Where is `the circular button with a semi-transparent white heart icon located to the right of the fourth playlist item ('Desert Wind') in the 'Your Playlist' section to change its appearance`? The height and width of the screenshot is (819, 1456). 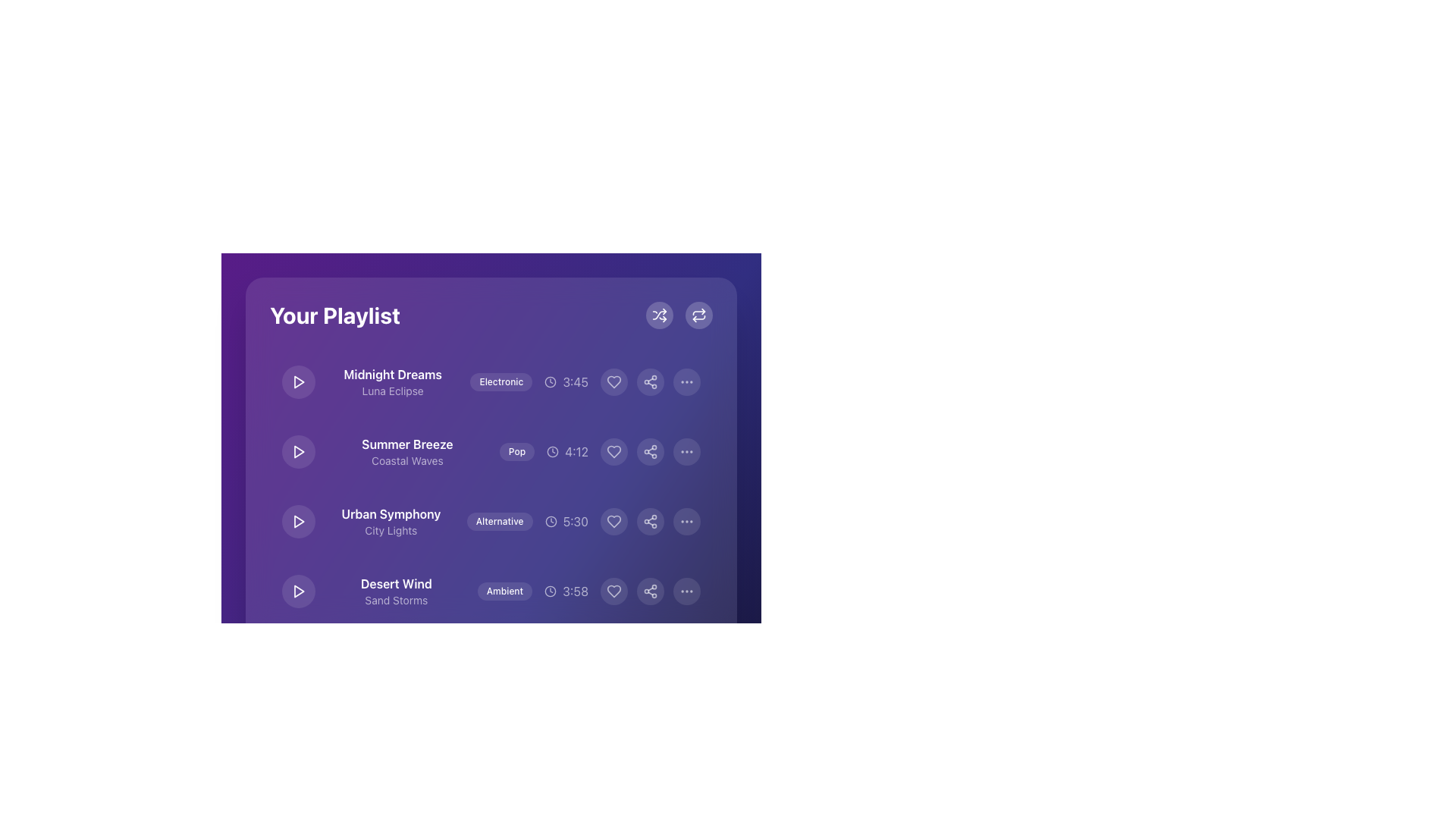 the circular button with a semi-transparent white heart icon located to the right of the fourth playlist item ('Desert Wind') in the 'Your Playlist' section to change its appearance is located at coordinates (614, 590).